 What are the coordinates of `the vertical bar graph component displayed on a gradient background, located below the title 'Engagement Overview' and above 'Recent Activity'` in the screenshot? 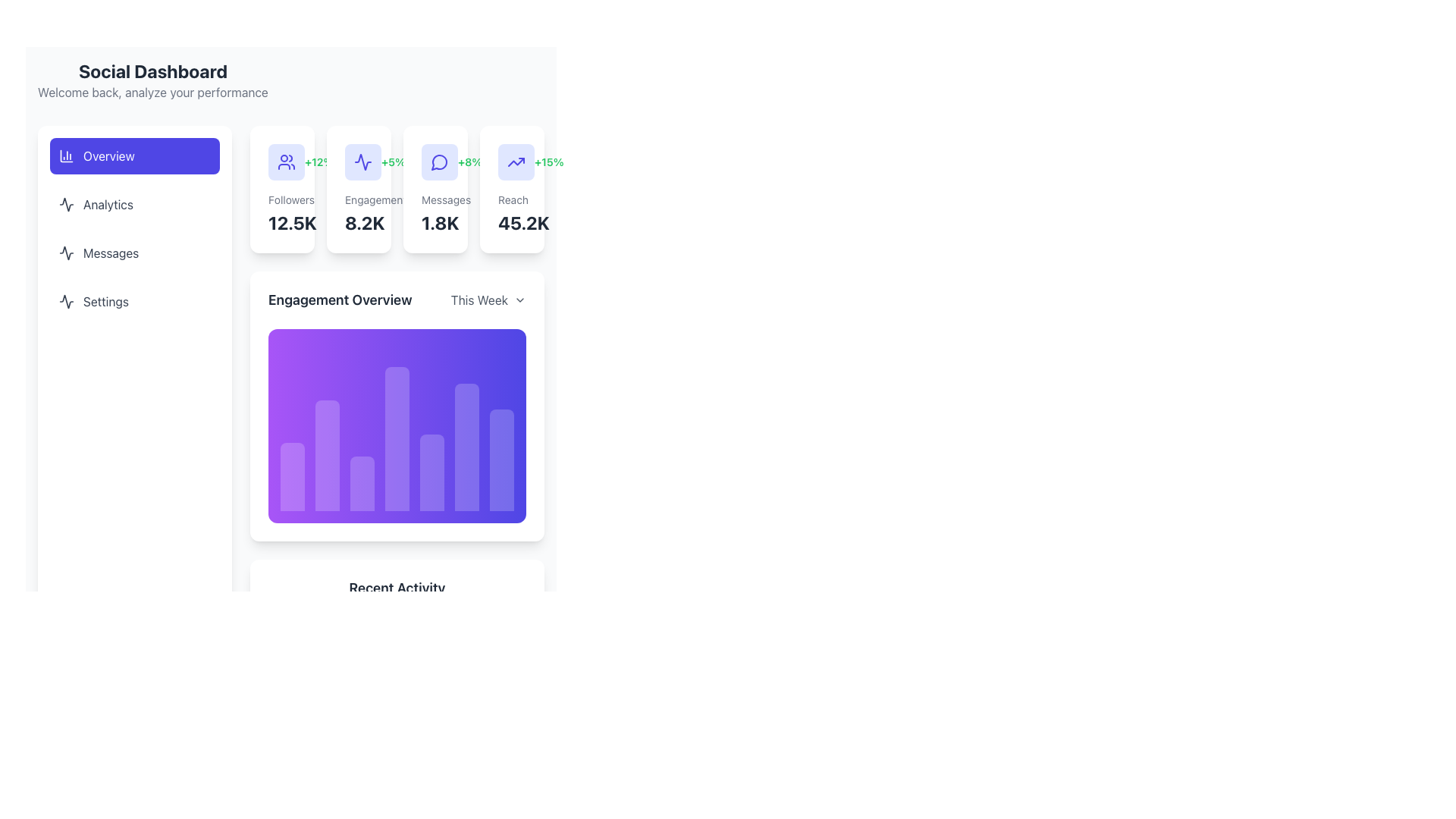 It's located at (397, 406).